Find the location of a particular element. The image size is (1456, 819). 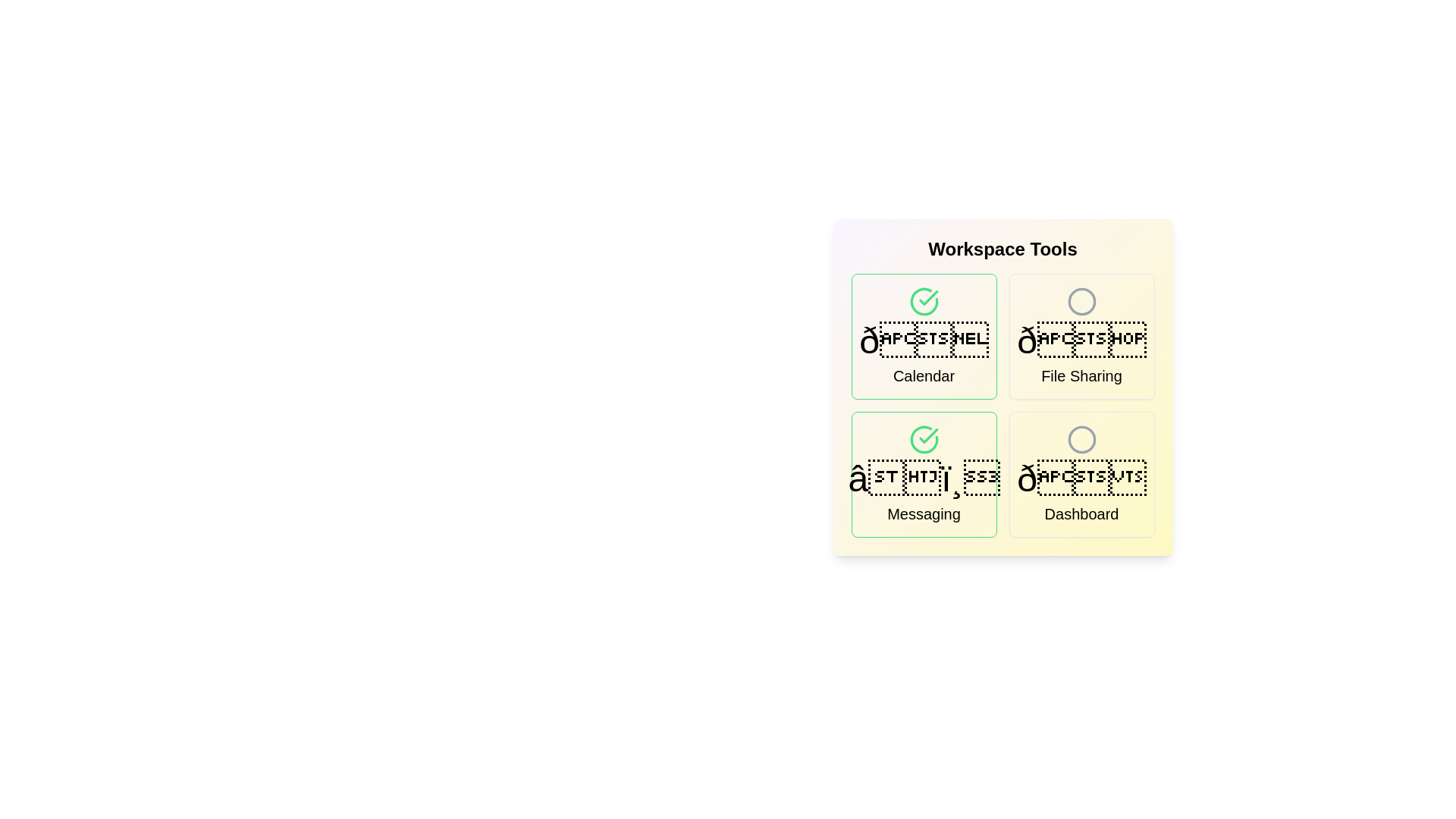

the tool identified by File Sharing is located at coordinates (1081, 335).